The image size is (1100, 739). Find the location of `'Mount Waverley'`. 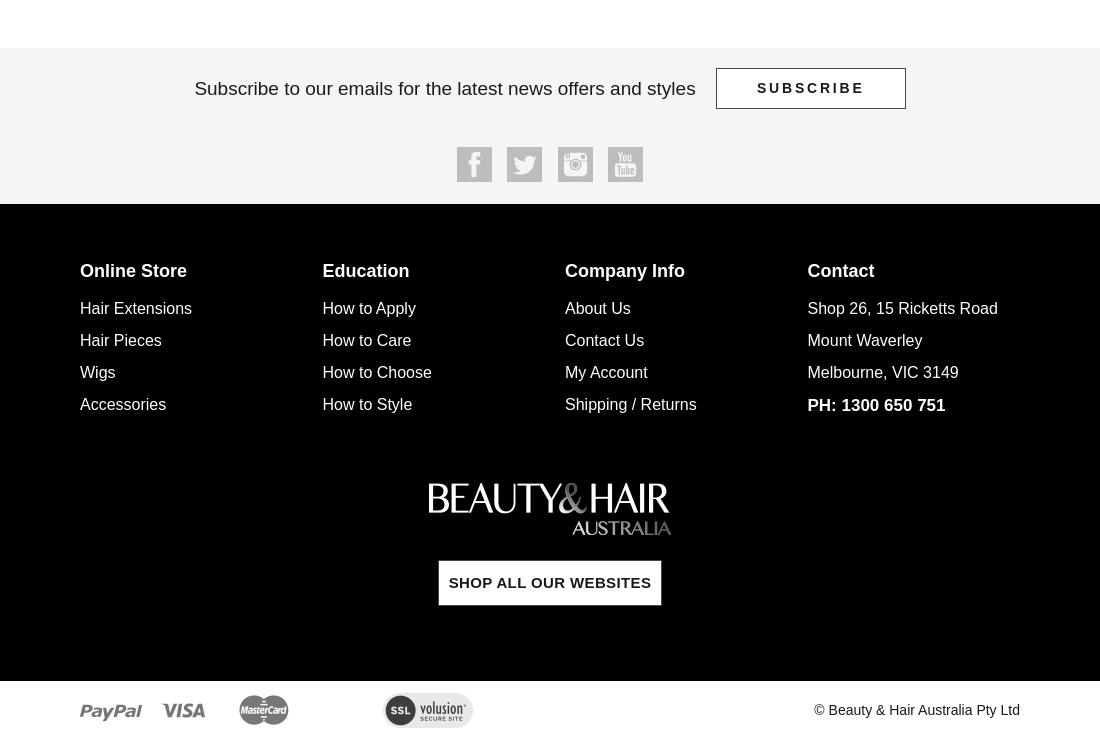

'Mount Waverley' is located at coordinates (863, 338).